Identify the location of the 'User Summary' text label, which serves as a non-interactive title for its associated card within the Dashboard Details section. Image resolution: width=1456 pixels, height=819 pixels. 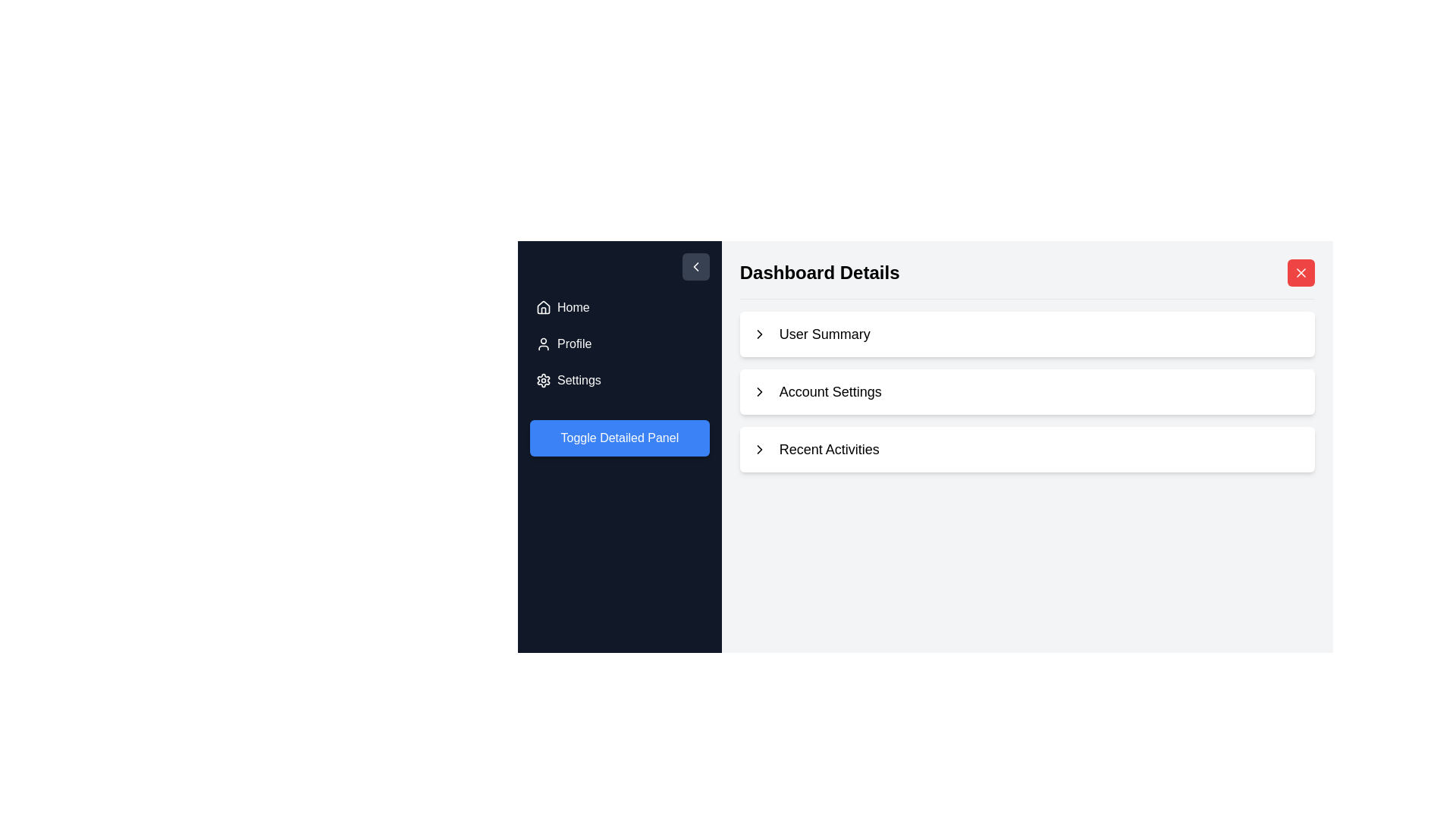
(824, 333).